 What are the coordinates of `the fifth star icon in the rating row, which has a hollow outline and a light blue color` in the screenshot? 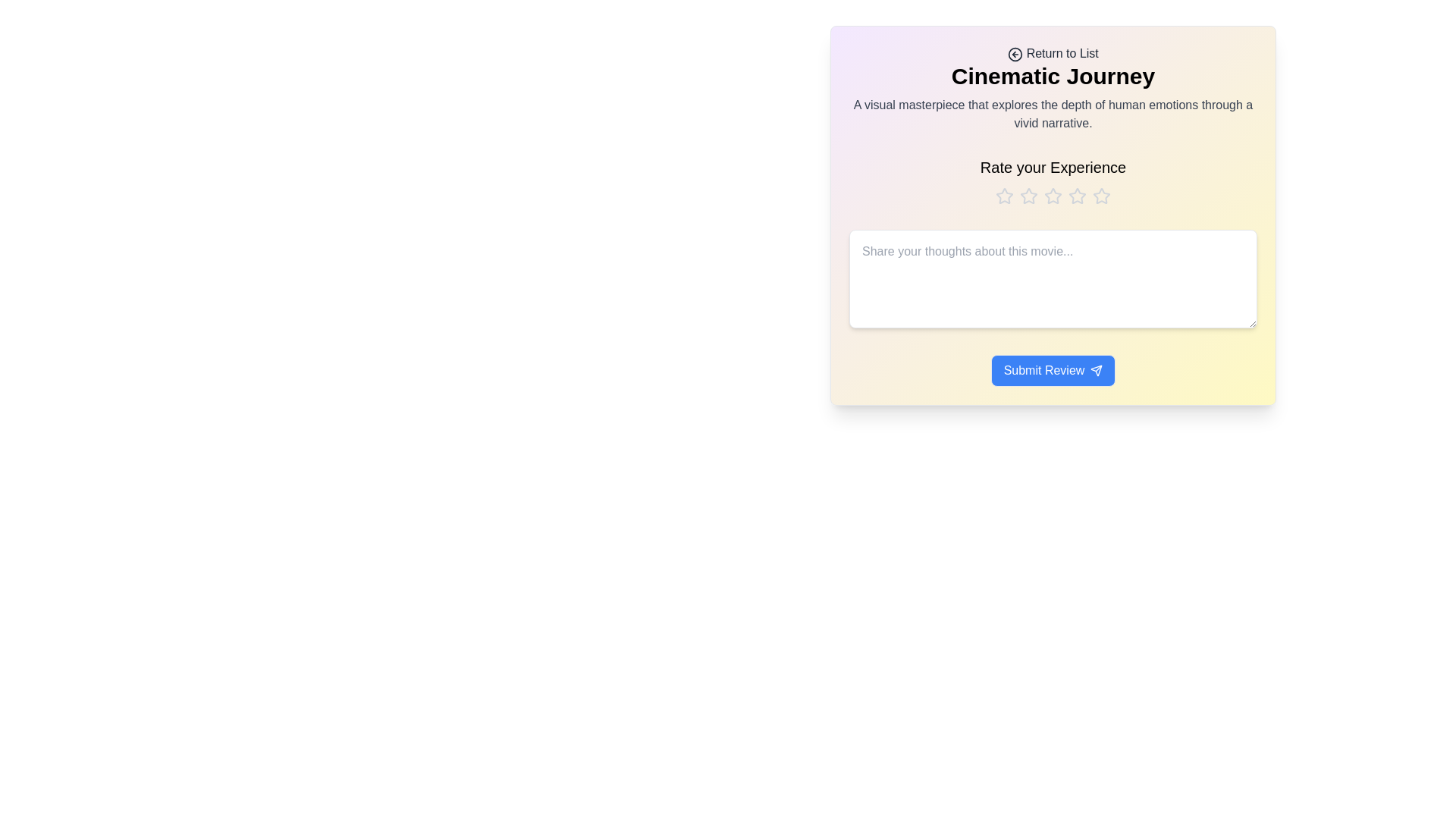 It's located at (1100, 195).